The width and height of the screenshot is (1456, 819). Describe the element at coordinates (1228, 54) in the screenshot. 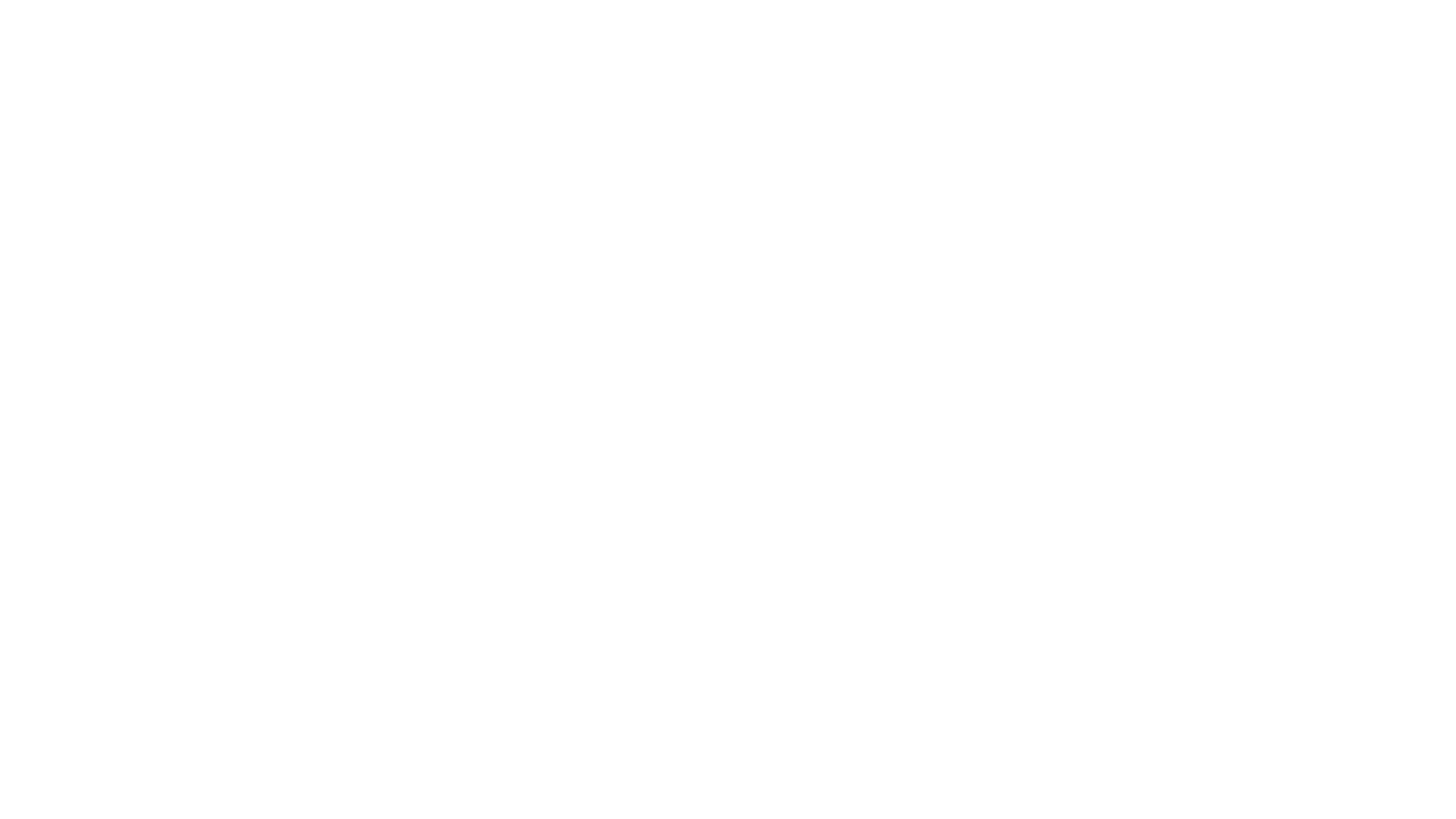

I see `View bag items` at that location.